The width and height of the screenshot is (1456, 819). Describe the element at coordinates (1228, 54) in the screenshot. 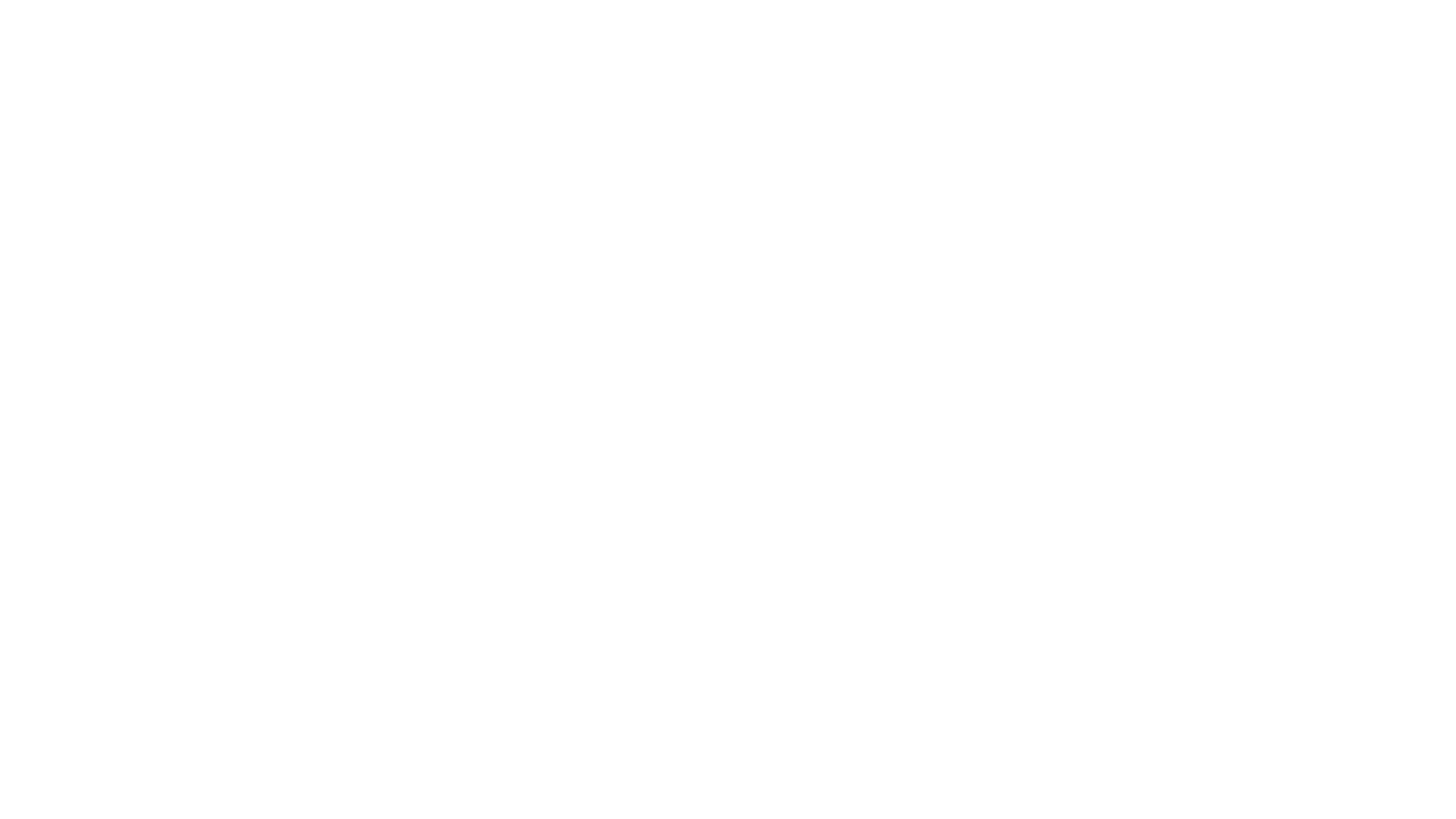

I see `View bag items` at that location.